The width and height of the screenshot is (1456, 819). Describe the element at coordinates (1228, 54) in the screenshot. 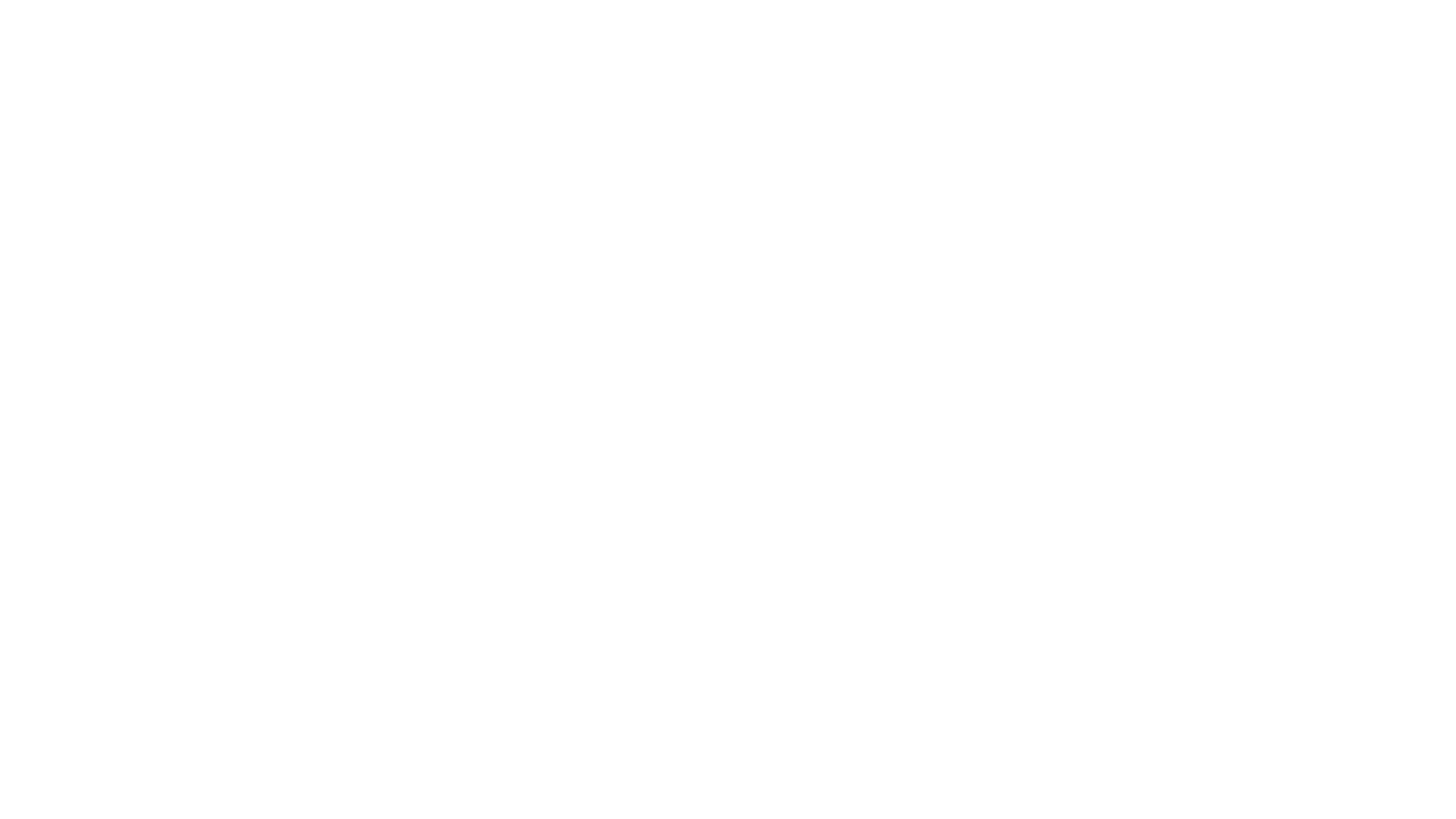

I see `View bag items` at that location.